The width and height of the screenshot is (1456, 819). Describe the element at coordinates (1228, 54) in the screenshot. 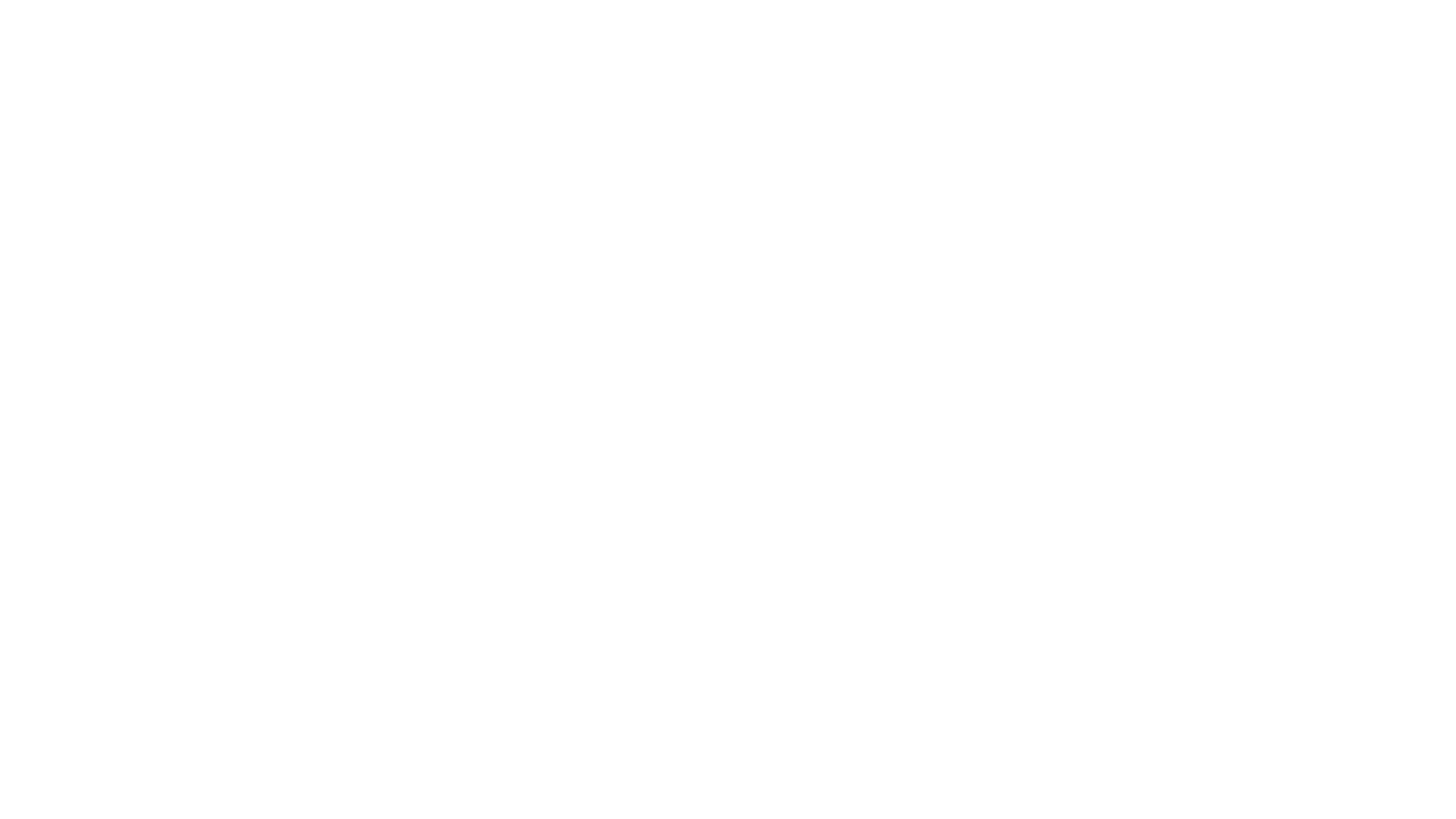

I see `View bag items` at that location.